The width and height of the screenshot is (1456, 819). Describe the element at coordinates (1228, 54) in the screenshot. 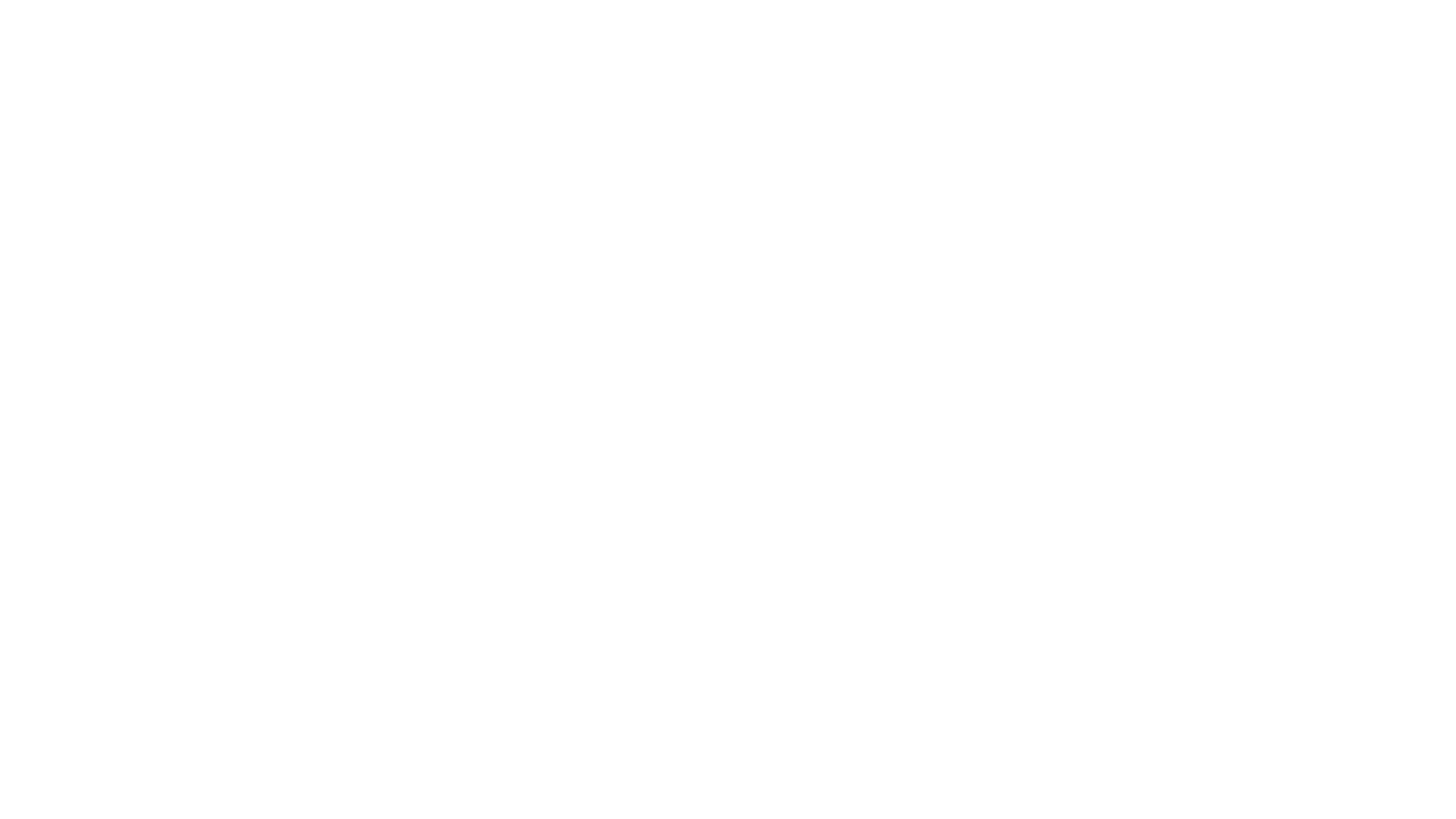

I see `View bag items` at that location.